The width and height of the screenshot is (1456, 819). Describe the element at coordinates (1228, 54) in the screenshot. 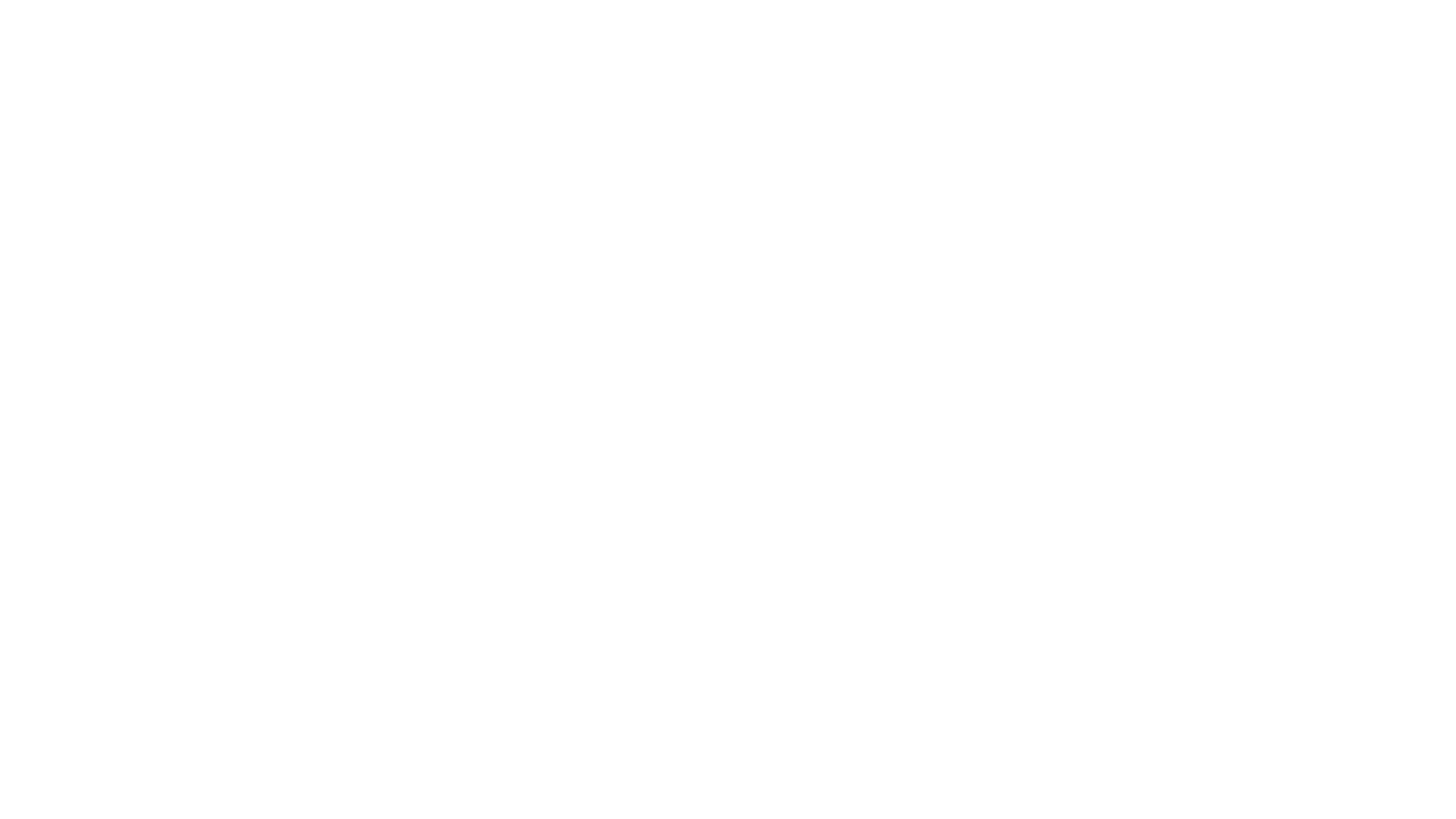

I see `View bag items` at that location.